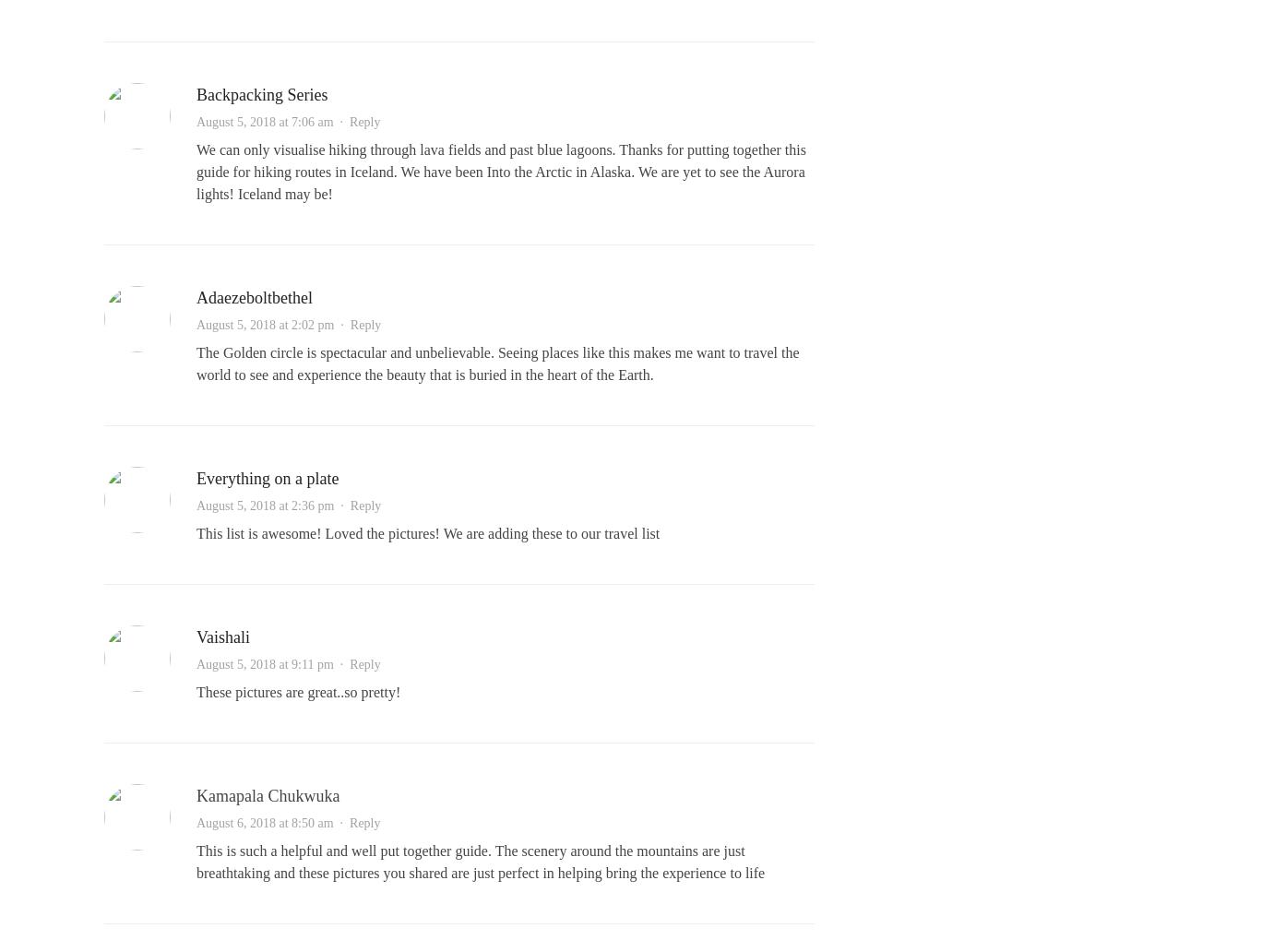  What do you see at coordinates (480, 861) in the screenshot?
I see `'This is such a helpful and well put together guide. The scenery around the mountains are just breathtaking and these pictures you shared are just perfect in helping bring the experience to life'` at bounding box center [480, 861].